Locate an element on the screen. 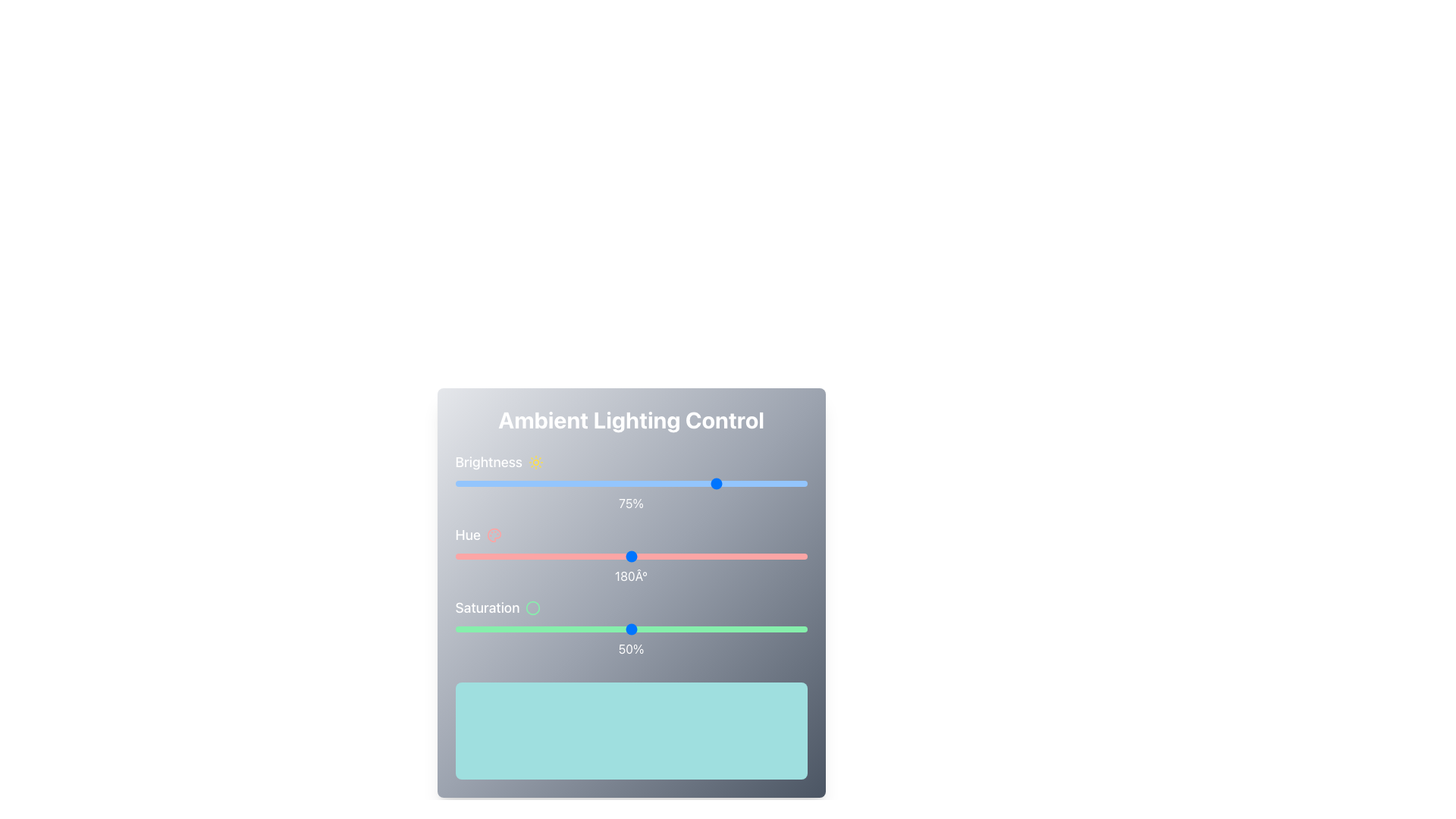 Image resolution: width=1456 pixels, height=819 pixels. the brightness icon located in the 'Ambient Lighting Control' section, immediately to the right of the textual label 'Brightness' is located at coordinates (535, 461).